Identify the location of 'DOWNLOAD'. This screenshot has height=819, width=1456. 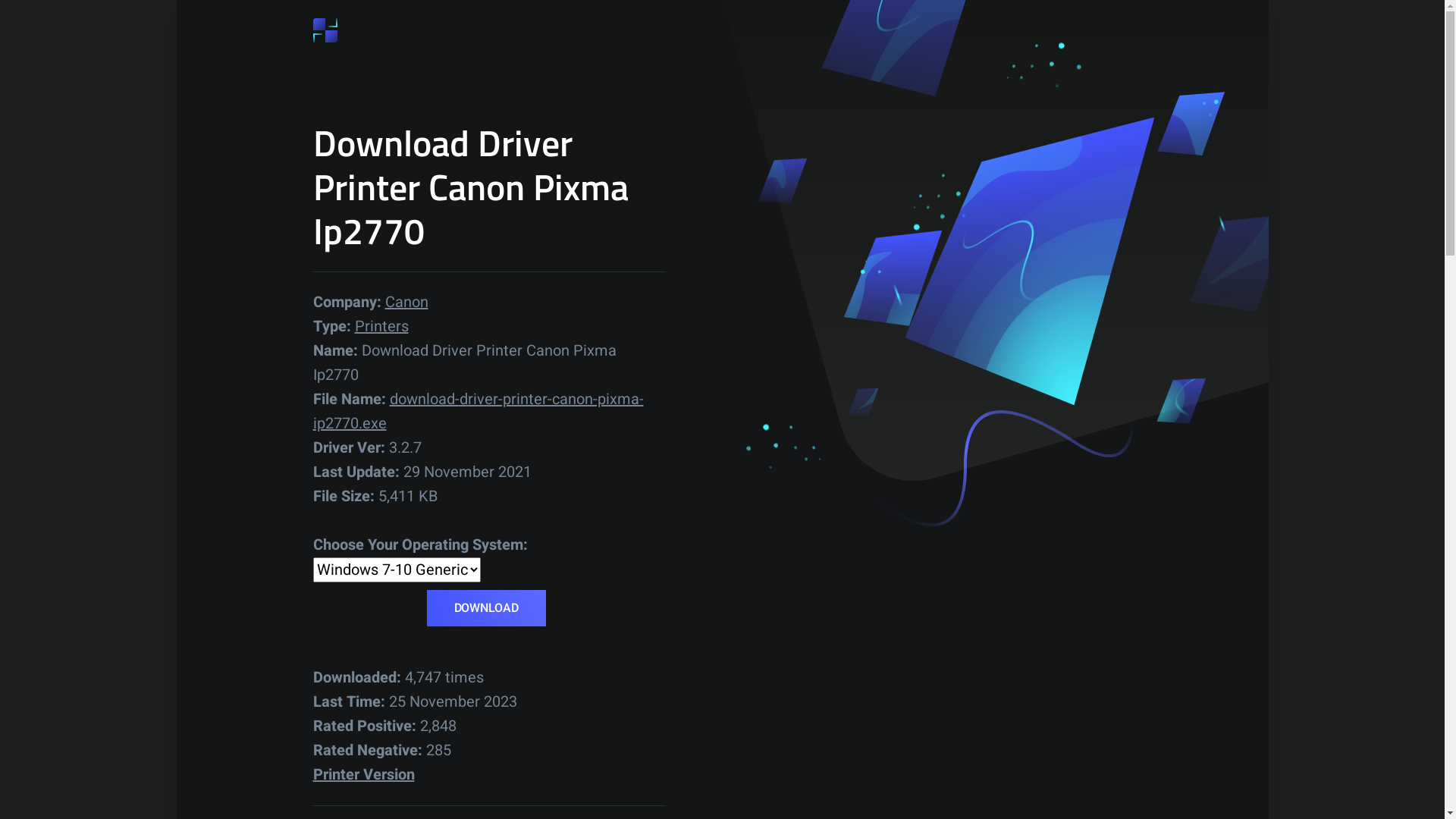
(485, 607).